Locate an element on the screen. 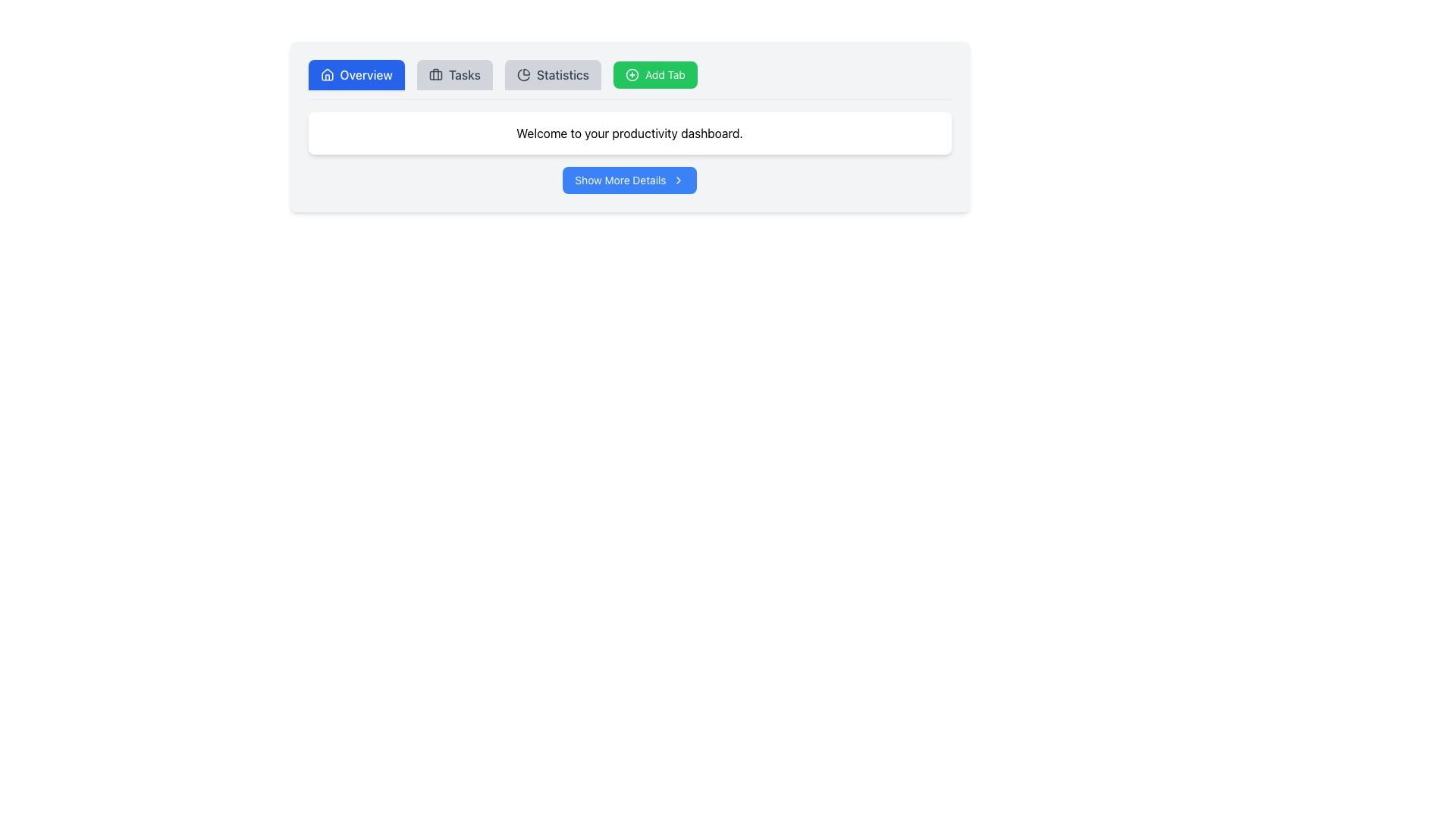  the navigational text label indicating 'Statistics', located in the header area of the interface, between 'Tasks' and the 'Add Tab' button is located at coordinates (562, 75).